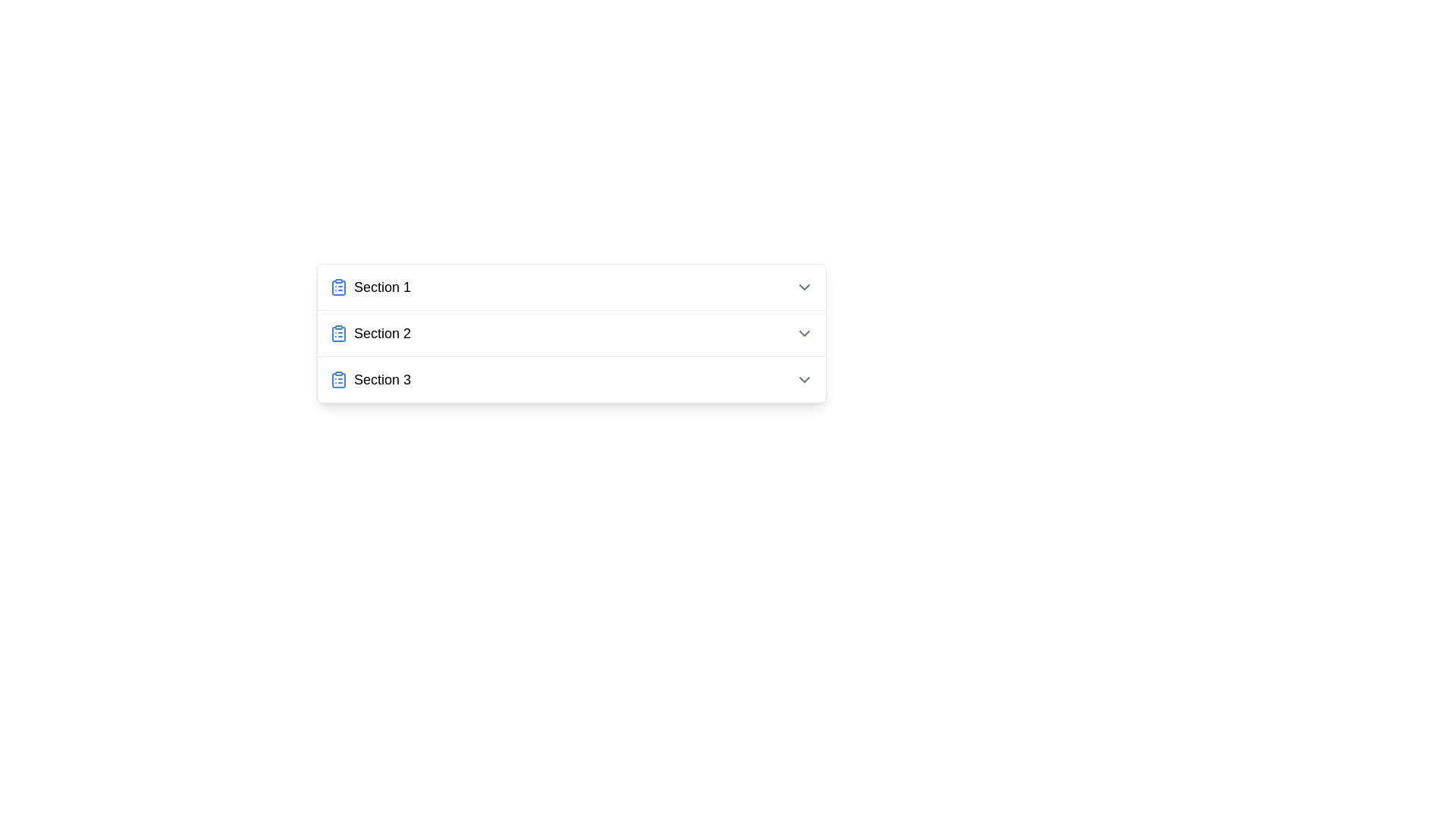  Describe the element at coordinates (382, 379) in the screenshot. I see `the Static Text Label 'Section 3'` at that location.